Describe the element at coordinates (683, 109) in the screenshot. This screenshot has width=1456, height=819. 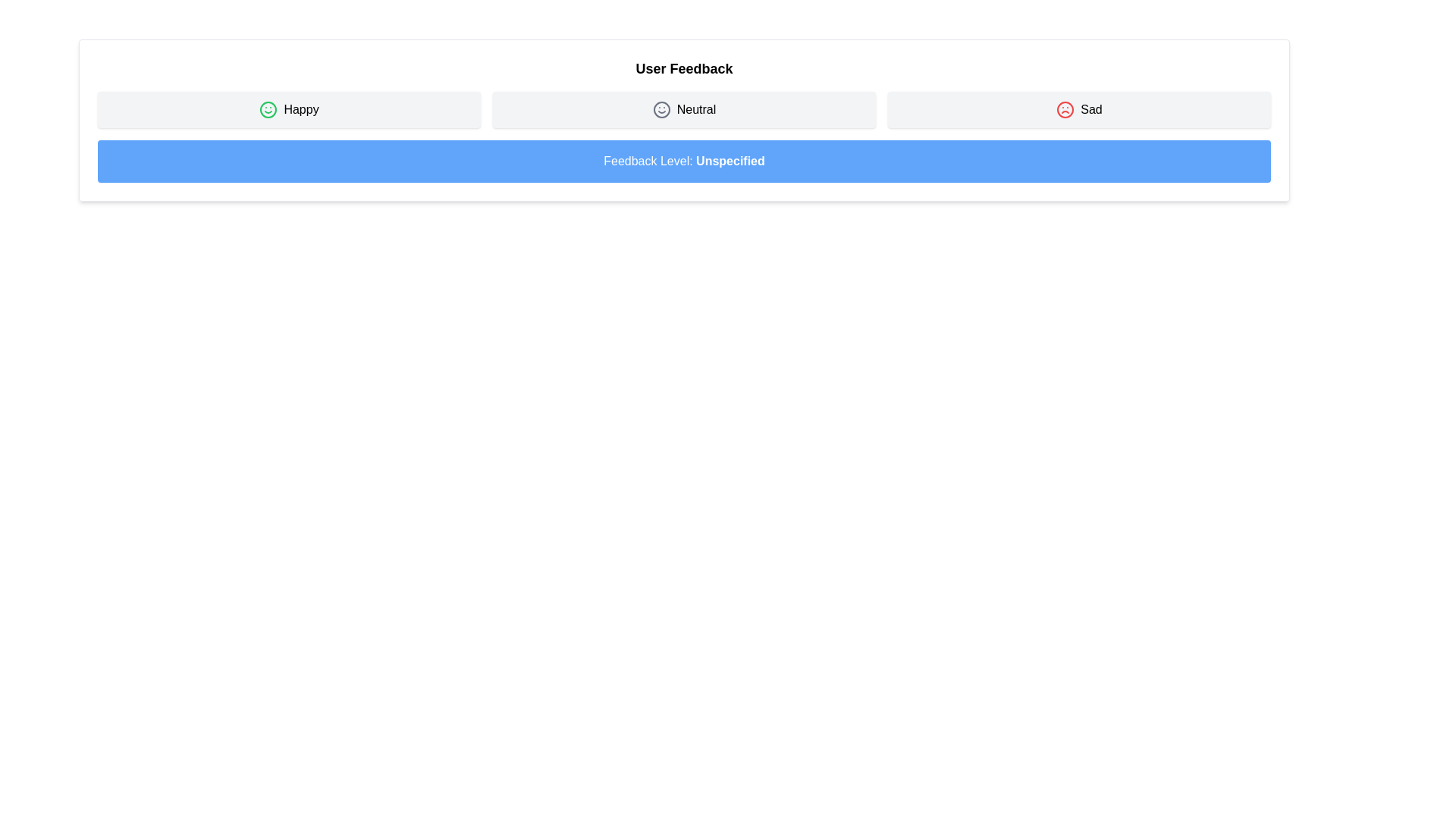
I see `the button labeled 'Neutral' positioned centrally between the 'Happy' and 'Sad' buttons` at that location.